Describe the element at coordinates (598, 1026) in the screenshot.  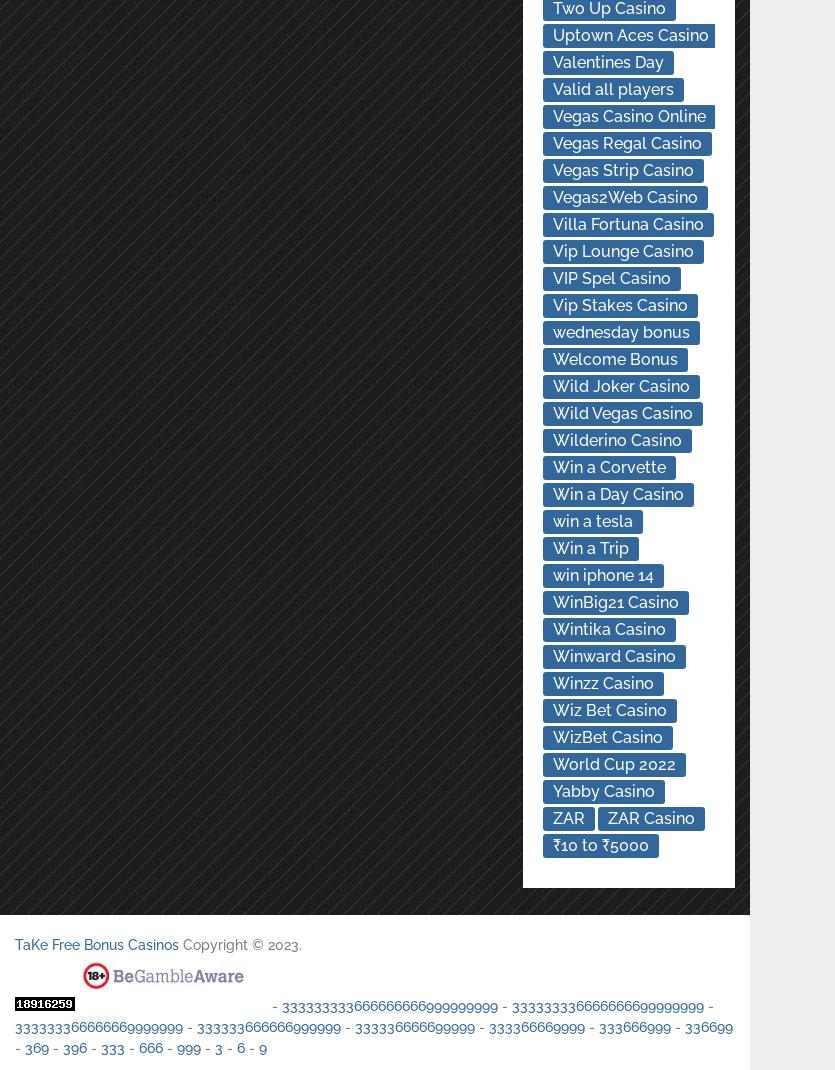
I see `'333666999'` at that location.